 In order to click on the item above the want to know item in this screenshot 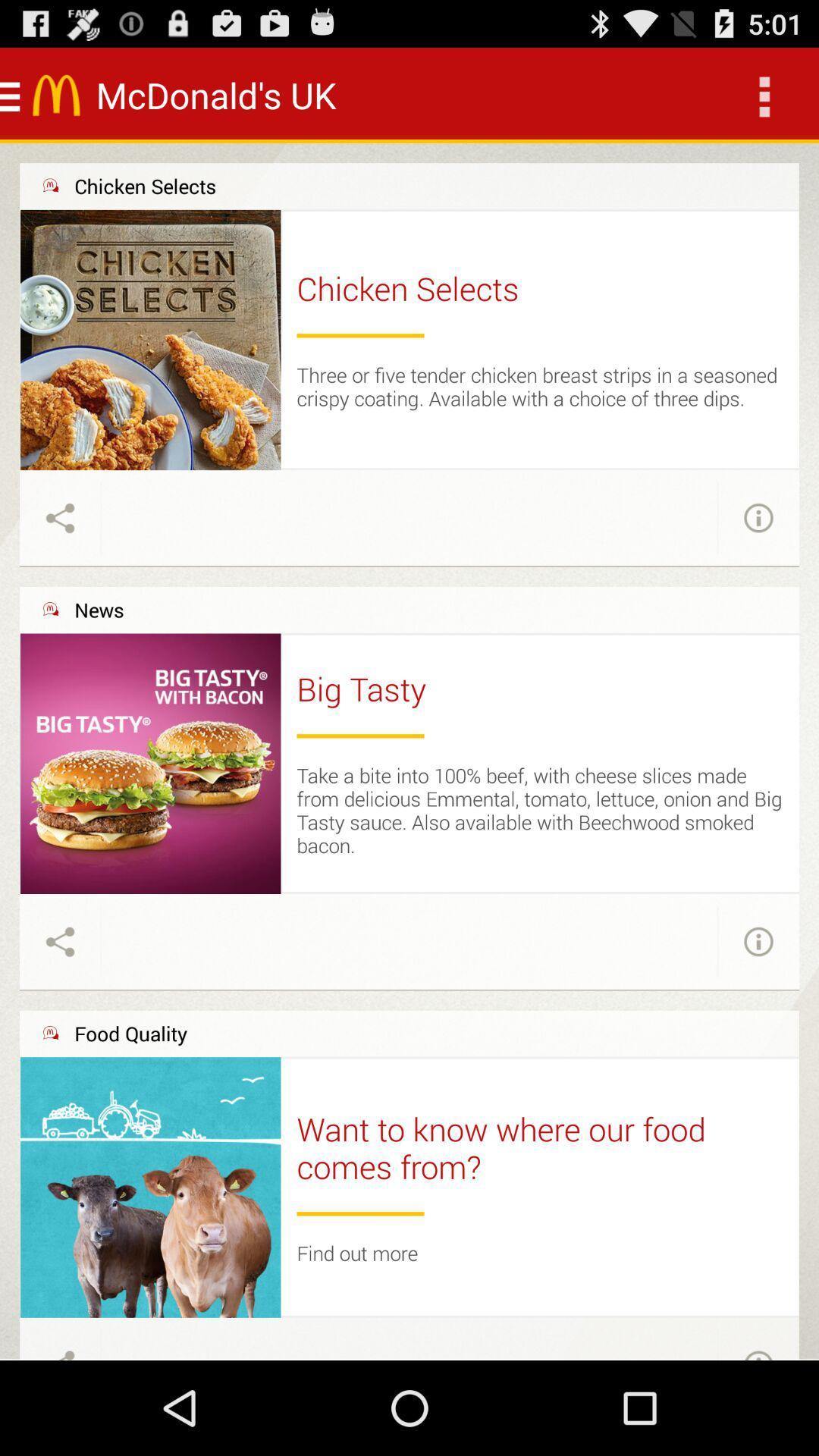, I will do `click(539, 1057)`.